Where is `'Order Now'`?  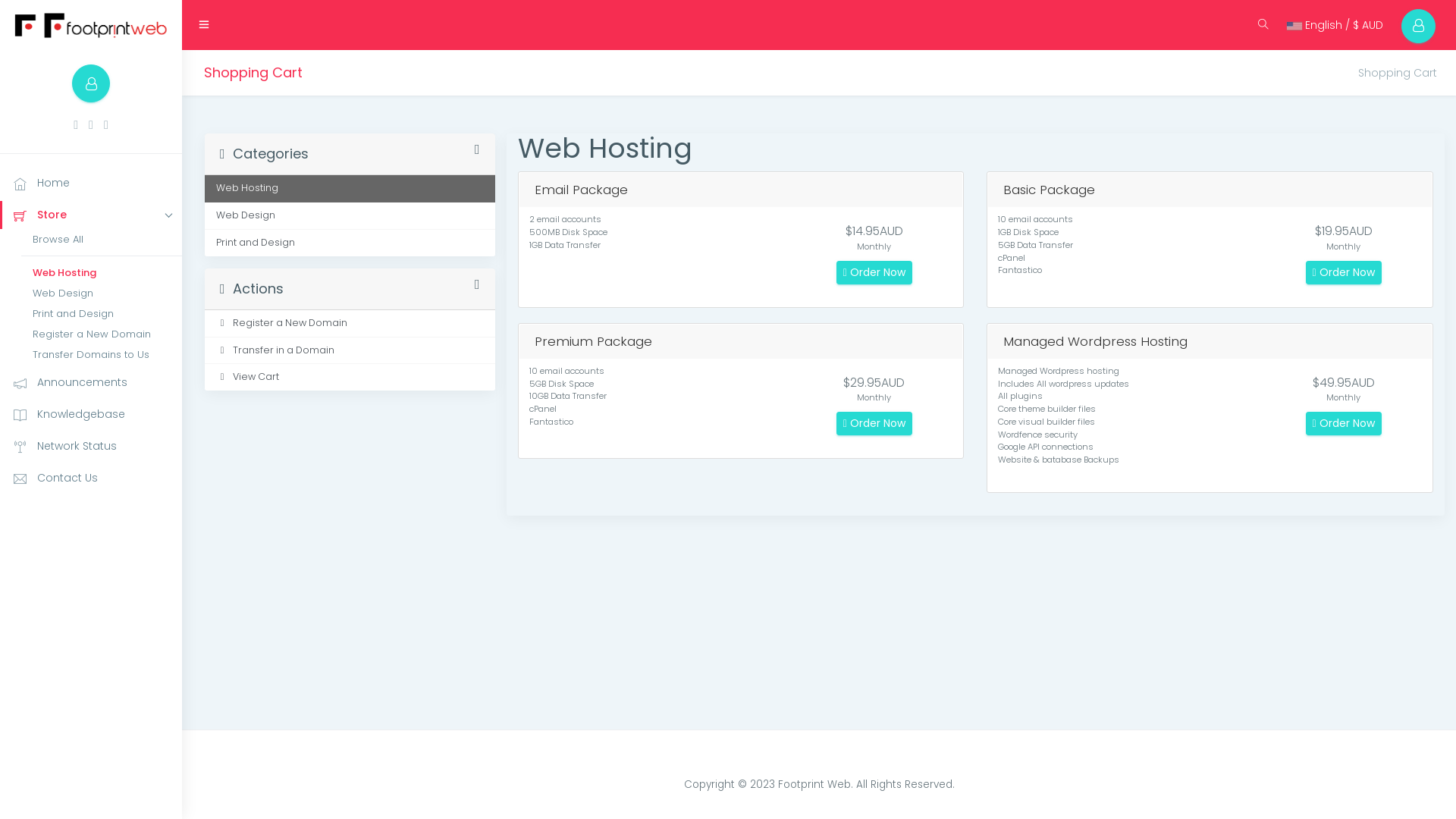 'Order Now' is located at coordinates (1305, 271).